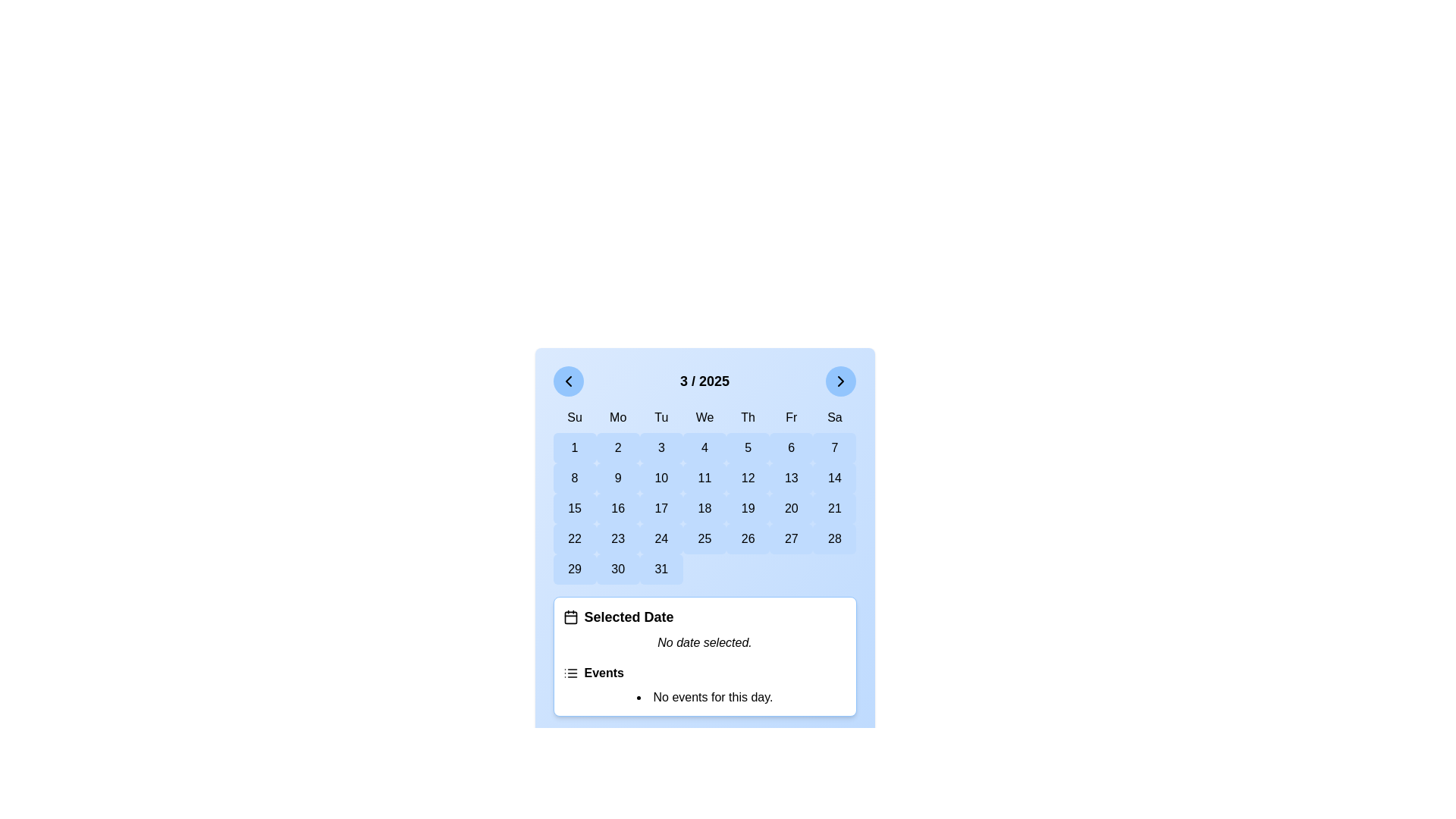  What do you see at coordinates (618, 418) in the screenshot?
I see `the static text label 'Mo' (Monday), which is the second header in the row of days in the calendar layout, located between 'Su' (Sunday) and 'Tu' (Tuesday)` at bounding box center [618, 418].